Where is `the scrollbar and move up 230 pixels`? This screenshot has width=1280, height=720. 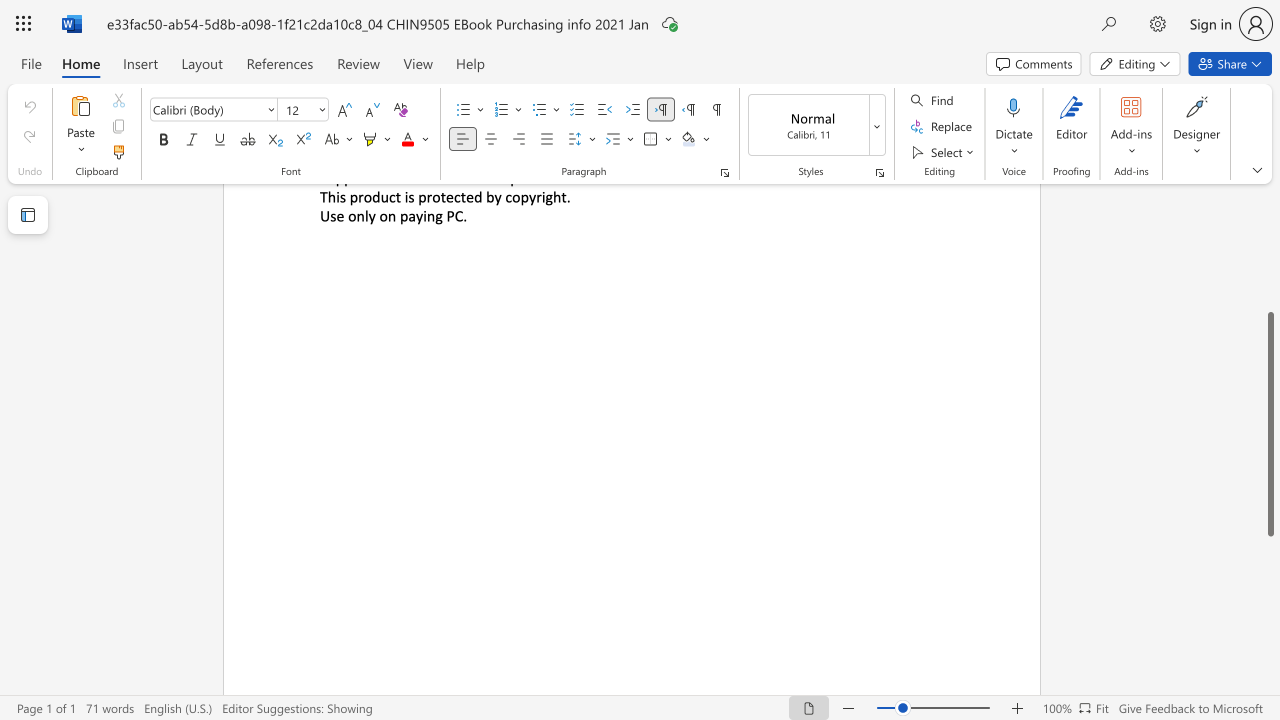 the scrollbar and move up 230 pixels is located at coordinates (1269, 423).